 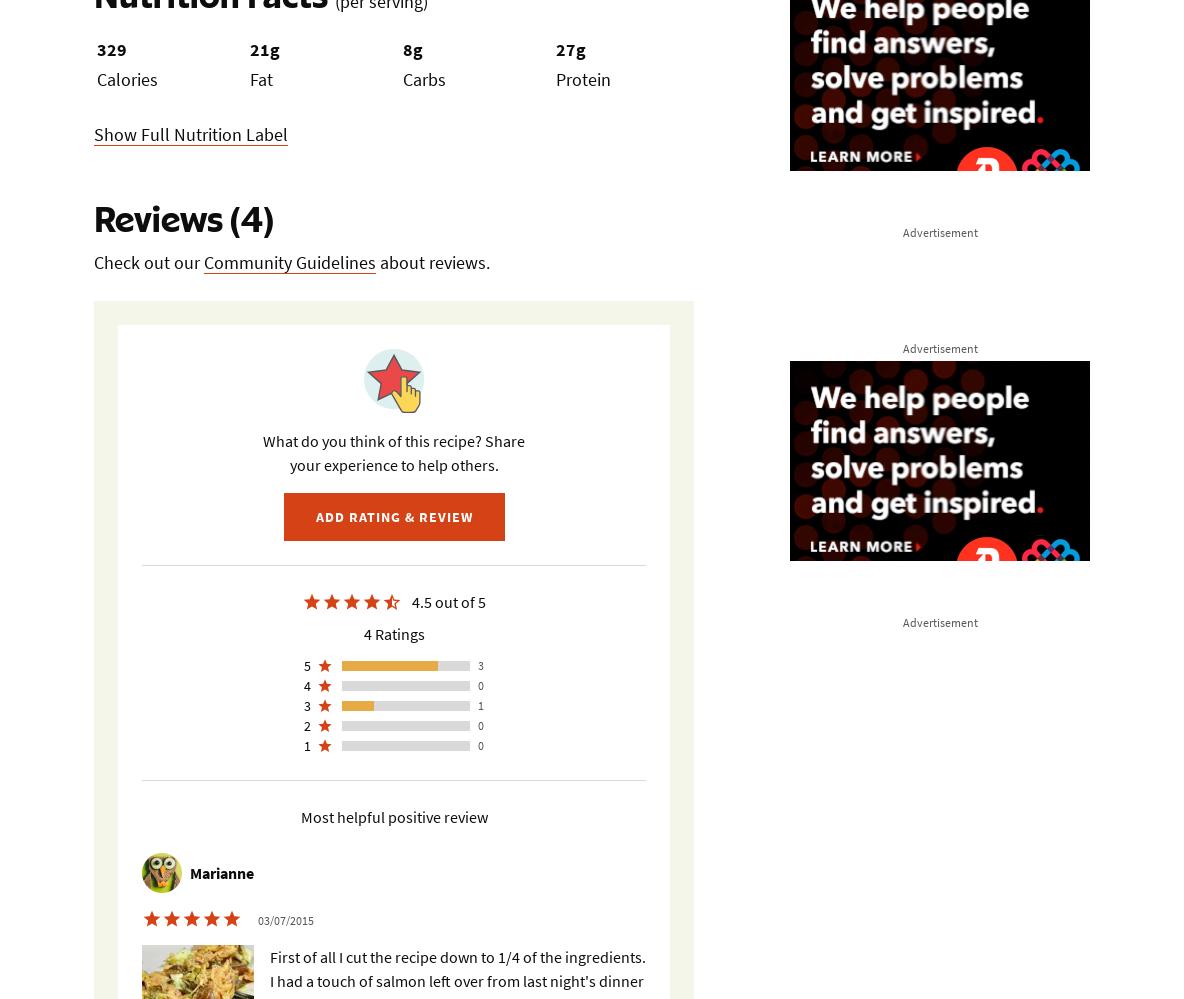 I want to click on '03/07/2015', so click(x=257, y=920).